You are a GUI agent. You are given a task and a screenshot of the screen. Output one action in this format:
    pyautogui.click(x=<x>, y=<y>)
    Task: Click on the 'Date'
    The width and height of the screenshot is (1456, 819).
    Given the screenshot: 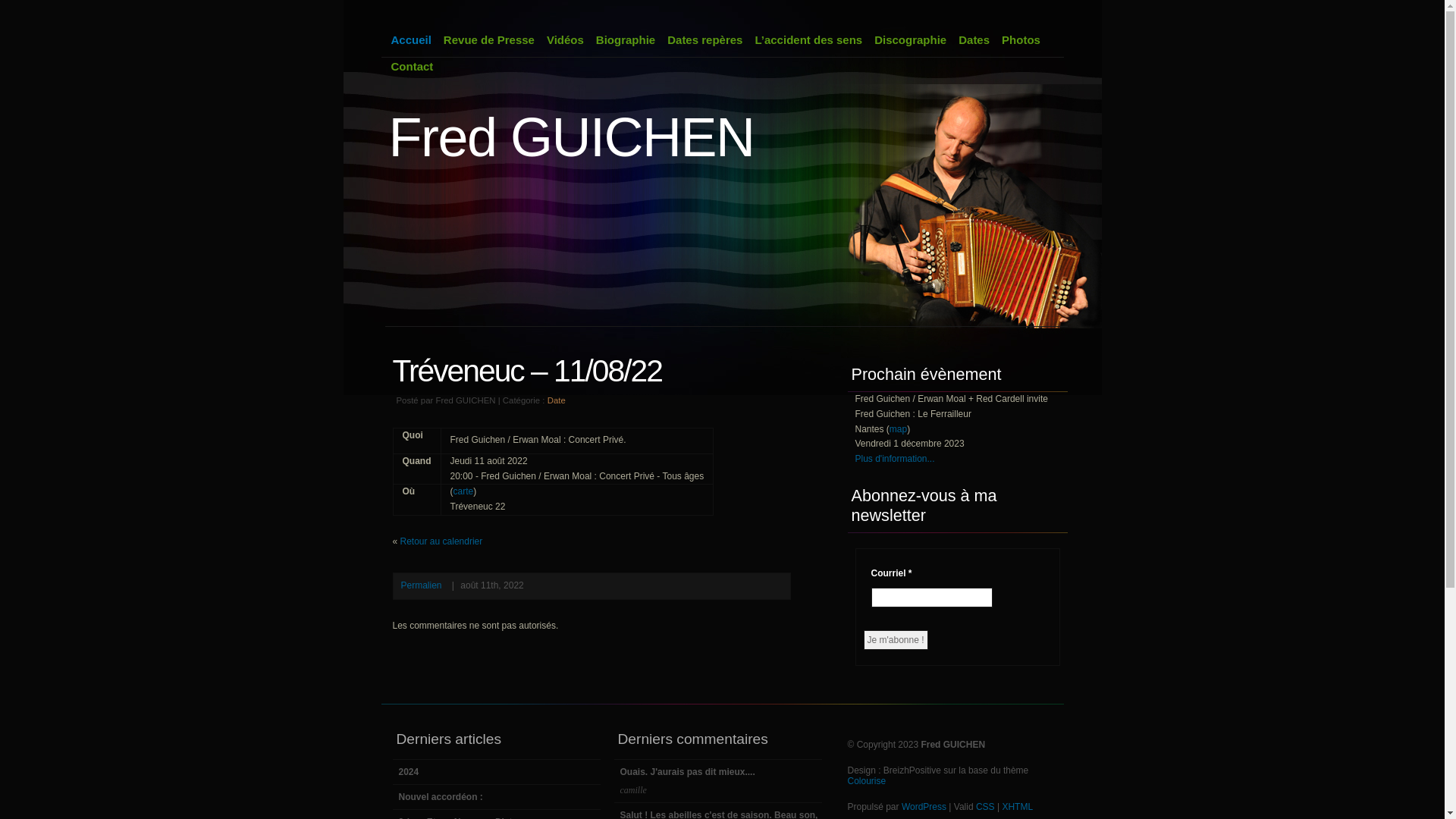 What is the action you would take?
    pyautogui.click(x=556, y=400)
    